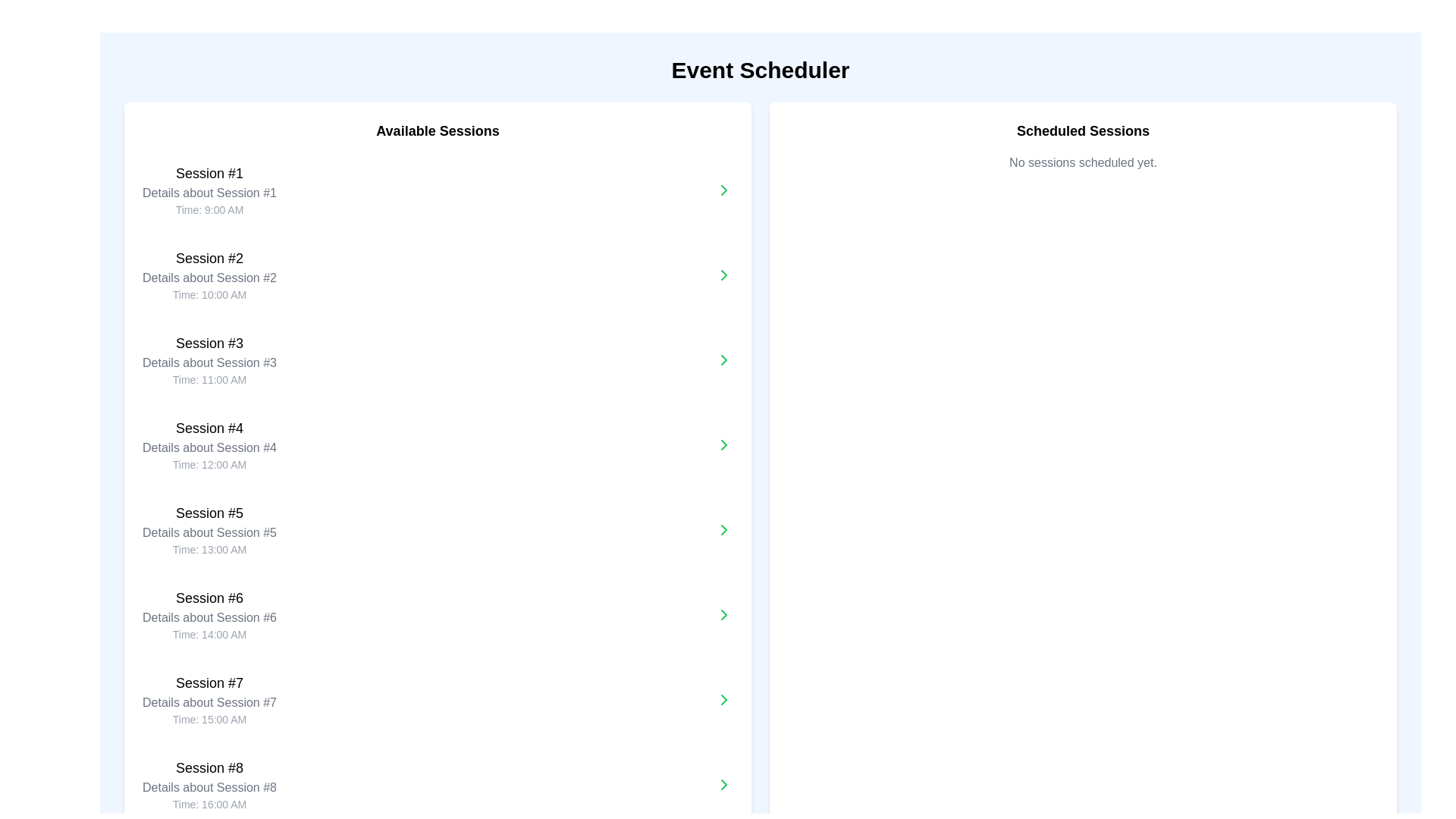 The height and width of the screenshot is (819, 1456). Describe the element at coordinates (209, 617) in the screenshot. I see `the descriptive text label located beneath the main title 'Session #6' in the 'Available Sessions' section` at that location.